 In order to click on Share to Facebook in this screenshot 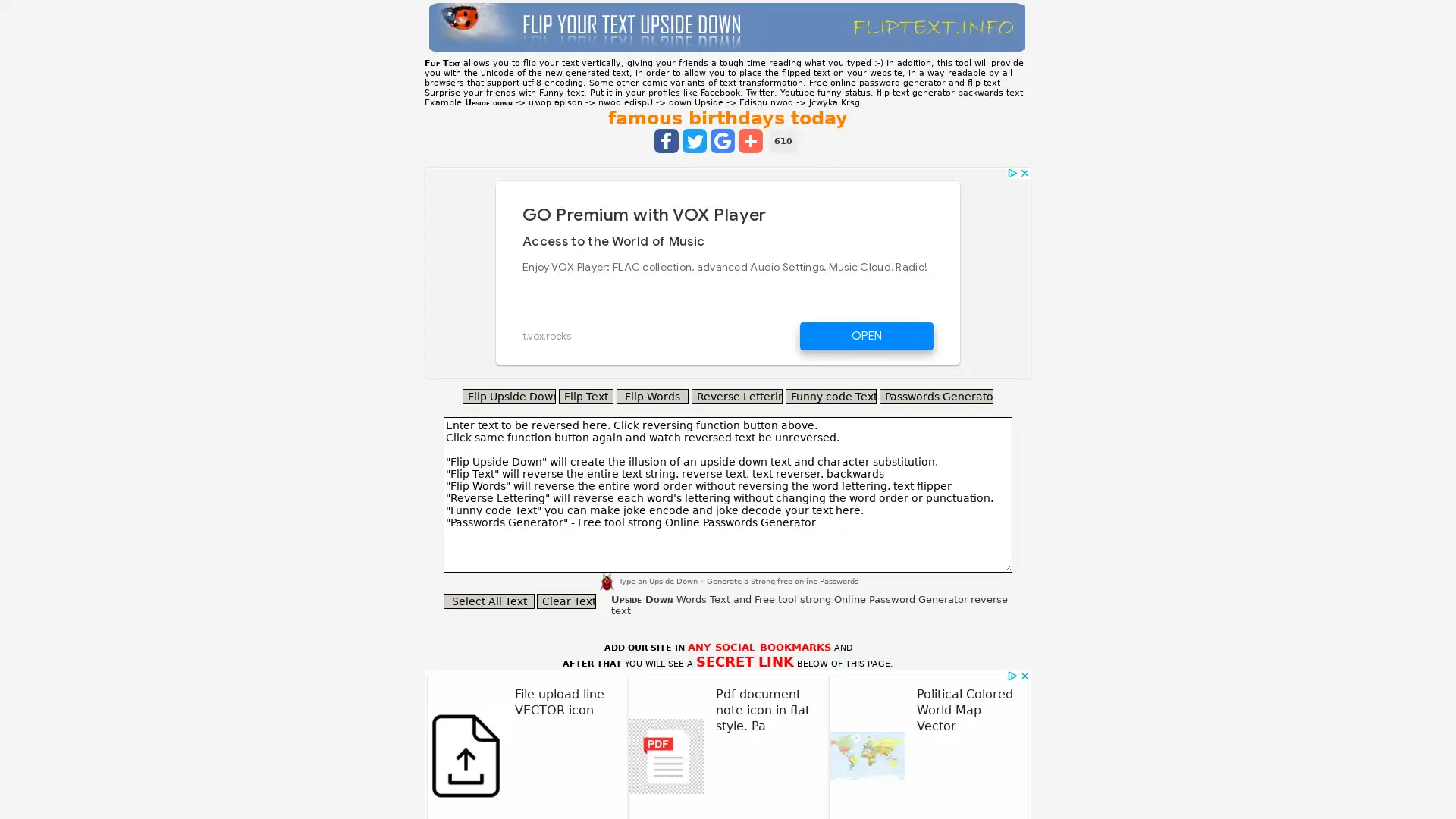, I will do `click(666, 140)`.